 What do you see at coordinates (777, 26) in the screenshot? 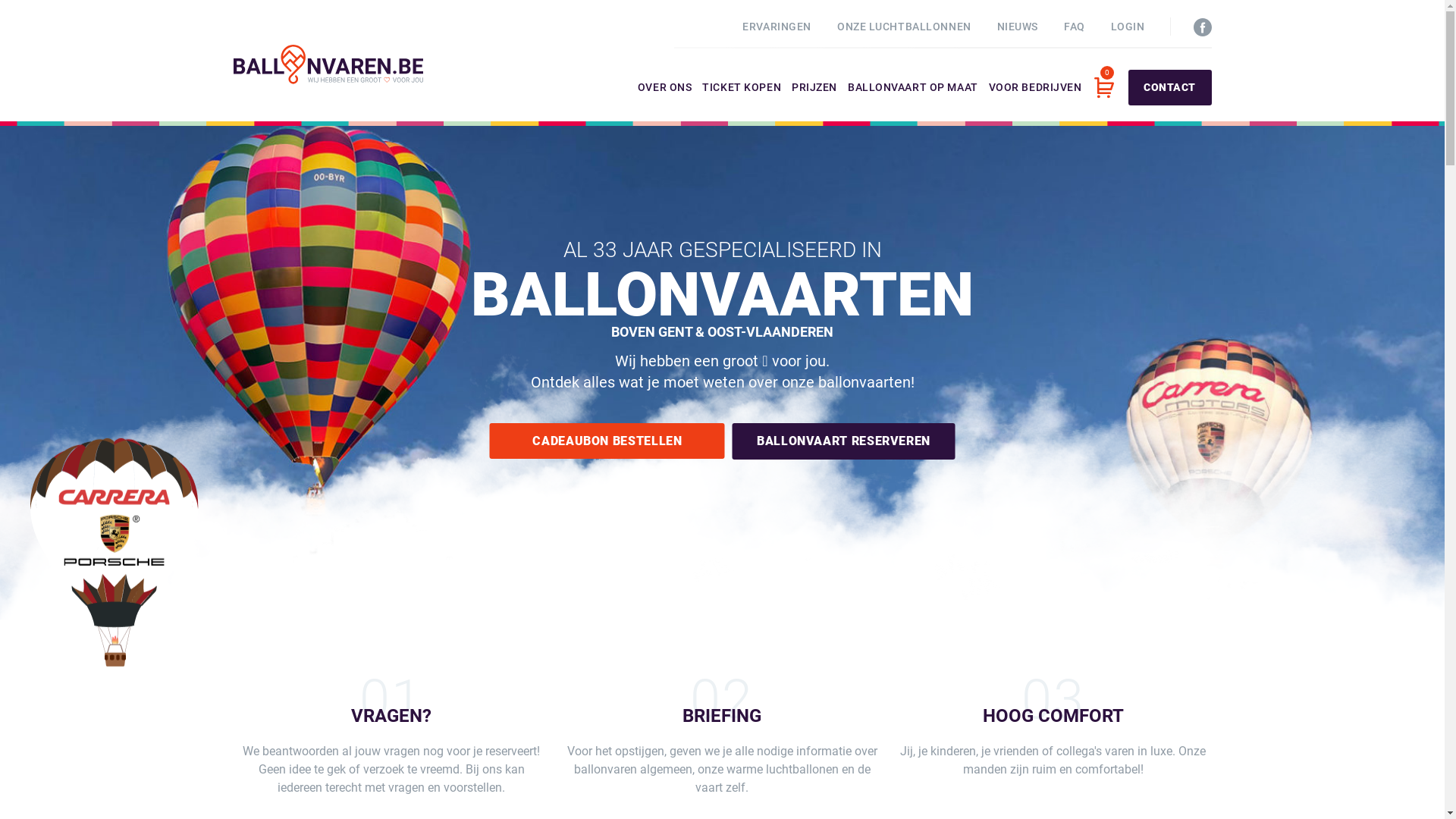
I see `'ERVARINGEN'` at bounding box center [777, 26].